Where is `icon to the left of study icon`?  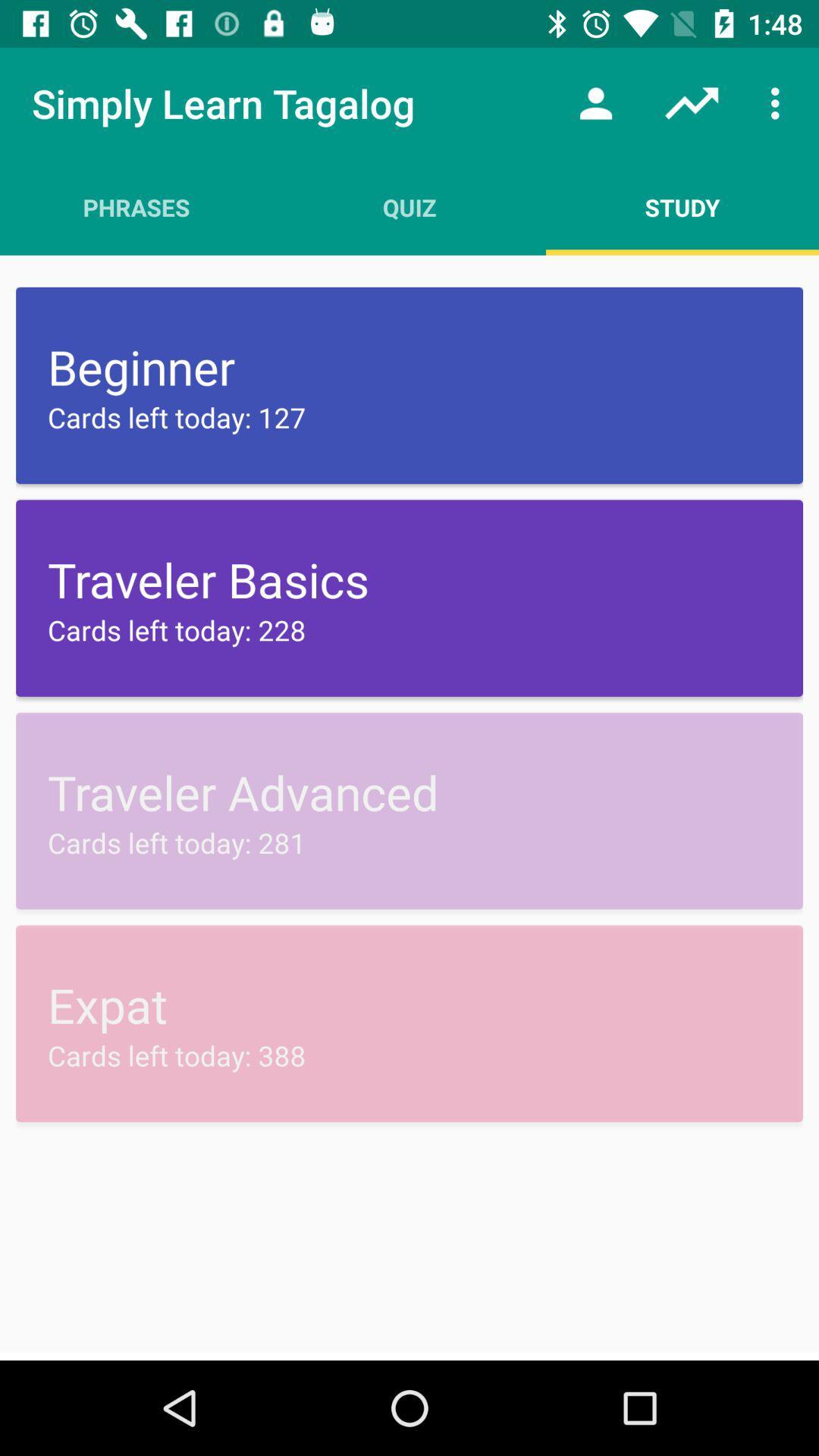 icon to the left of study icon is located at coordinates (409, 206).